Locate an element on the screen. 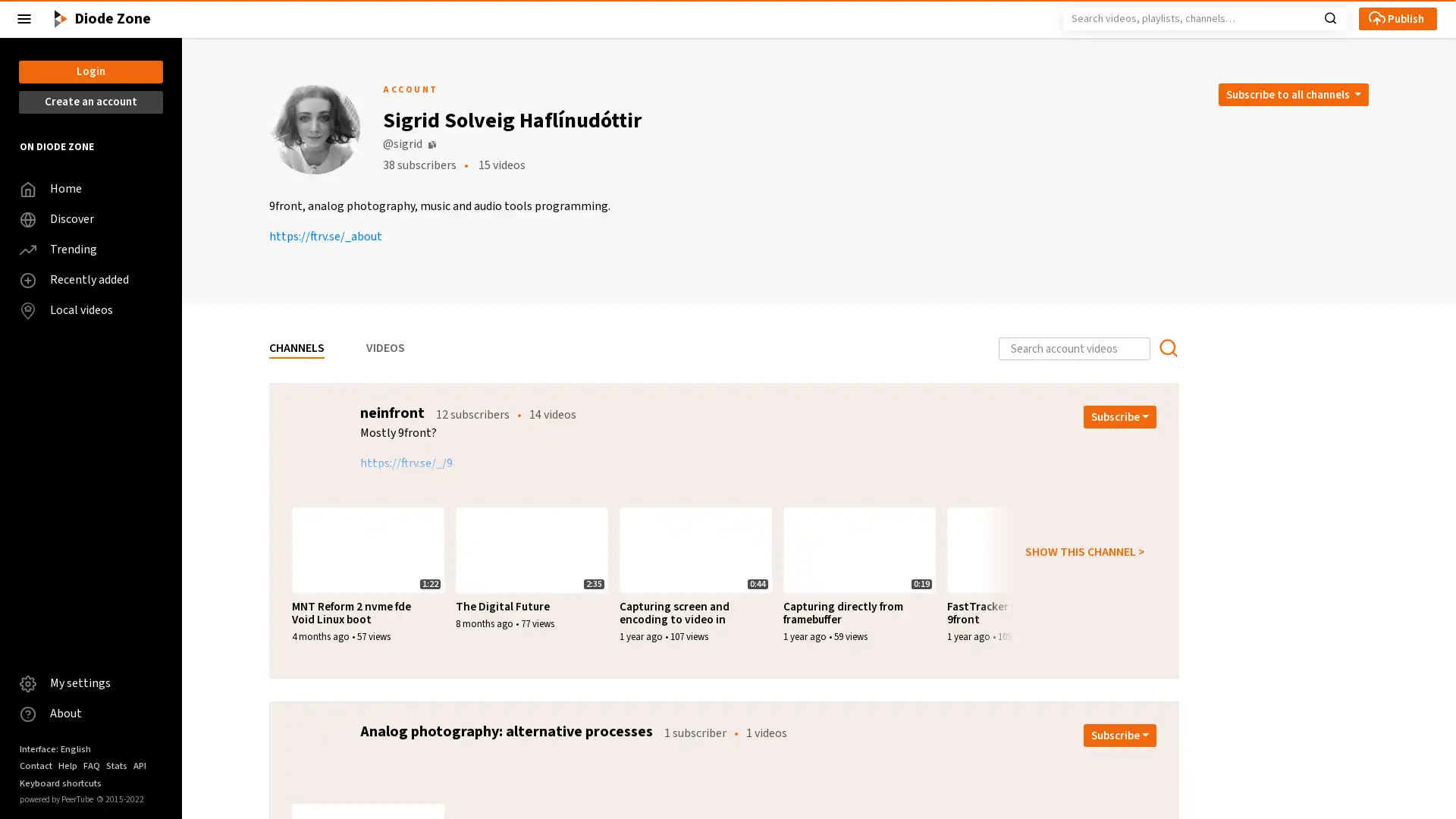 Image resolution: width=1456 pixels, height=819 pixels. Close the left menu is located at coordinates (24, 18).